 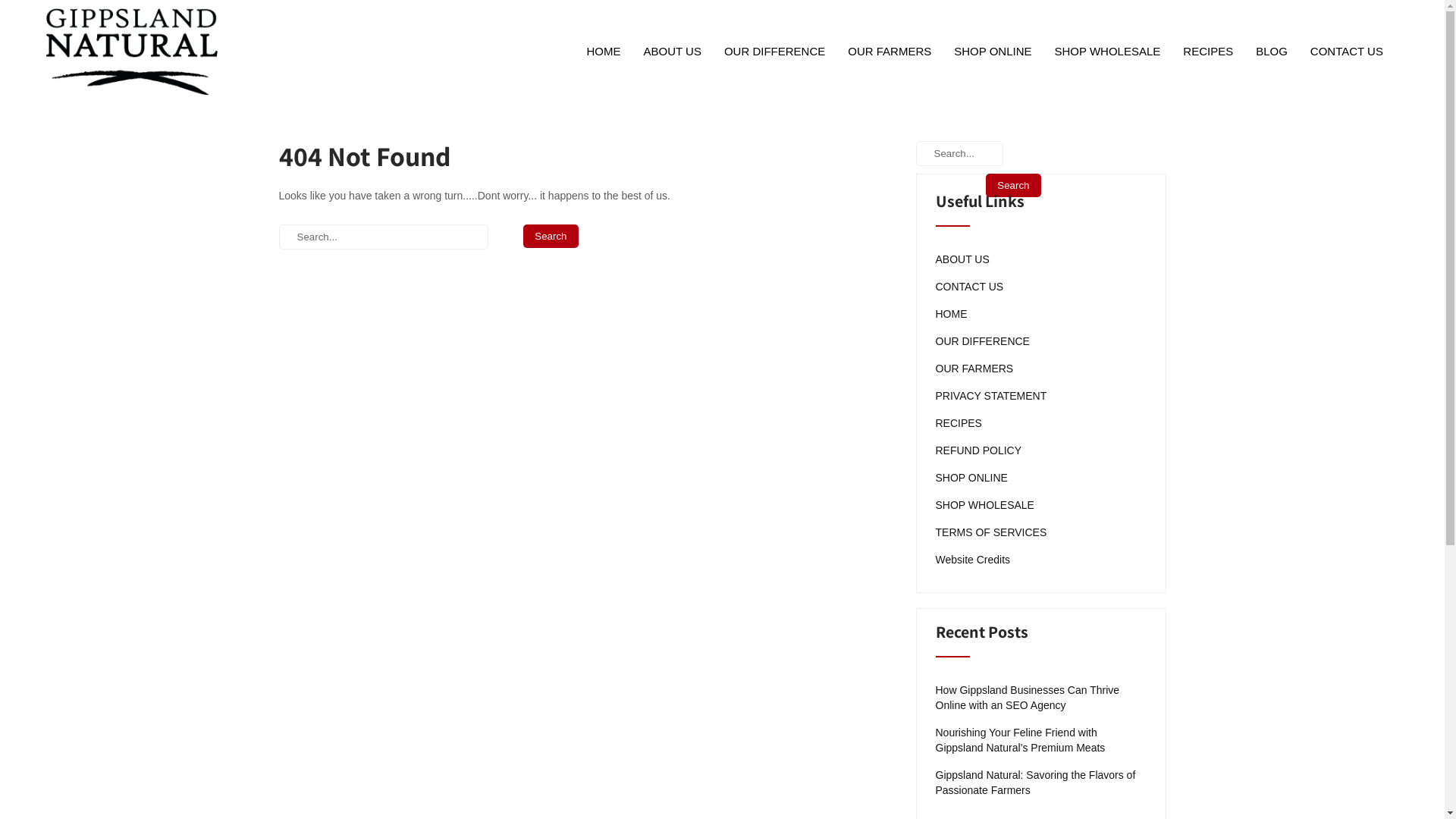 I want to click on 'TERMS OF SERVICES', so click(x=991, y=532).